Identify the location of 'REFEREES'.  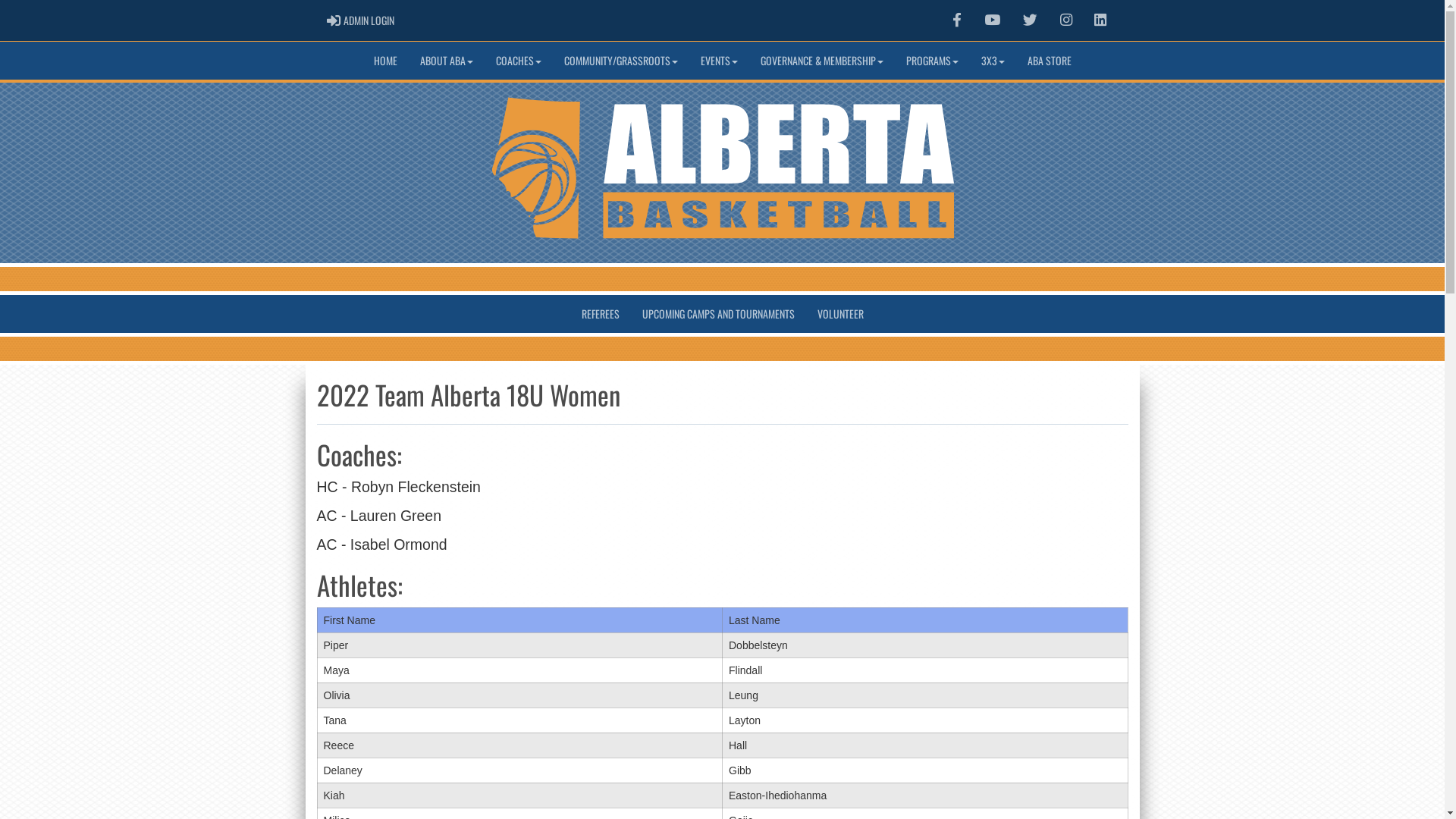
(600, 312).